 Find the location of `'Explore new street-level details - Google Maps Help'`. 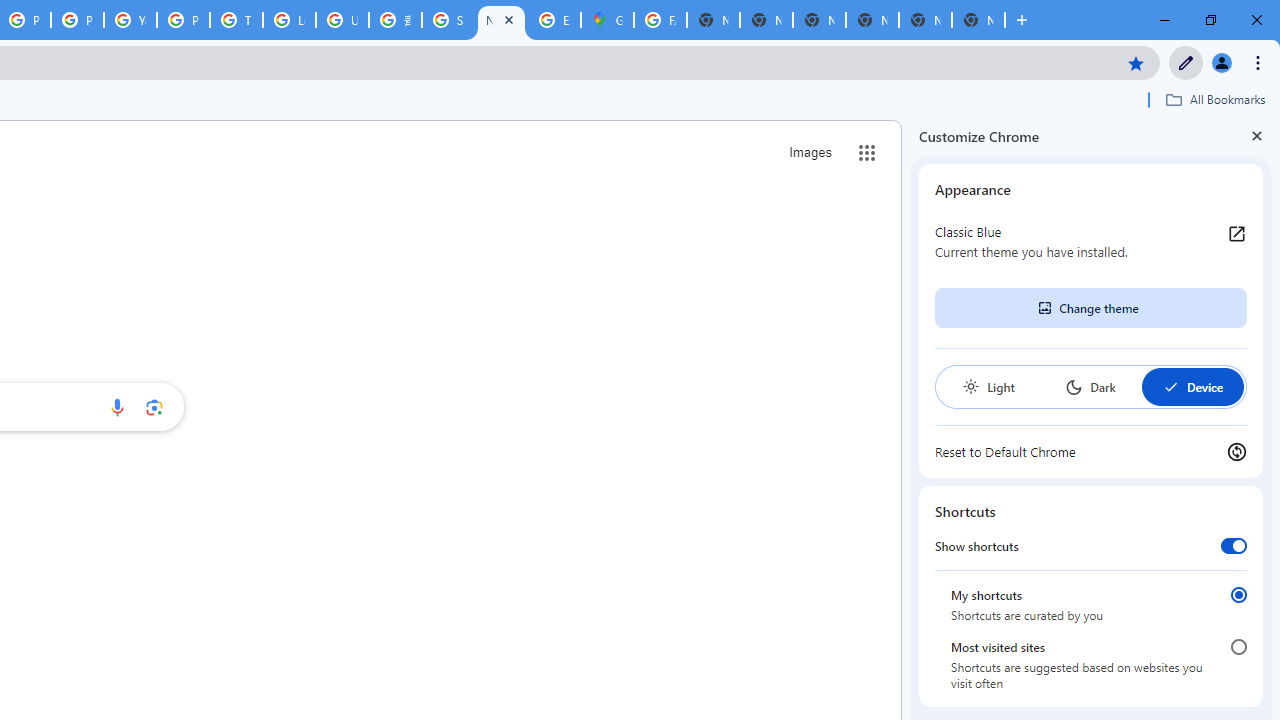

'Explore new street-level details - Google Maps Help' is located at coordinates (554, 20).